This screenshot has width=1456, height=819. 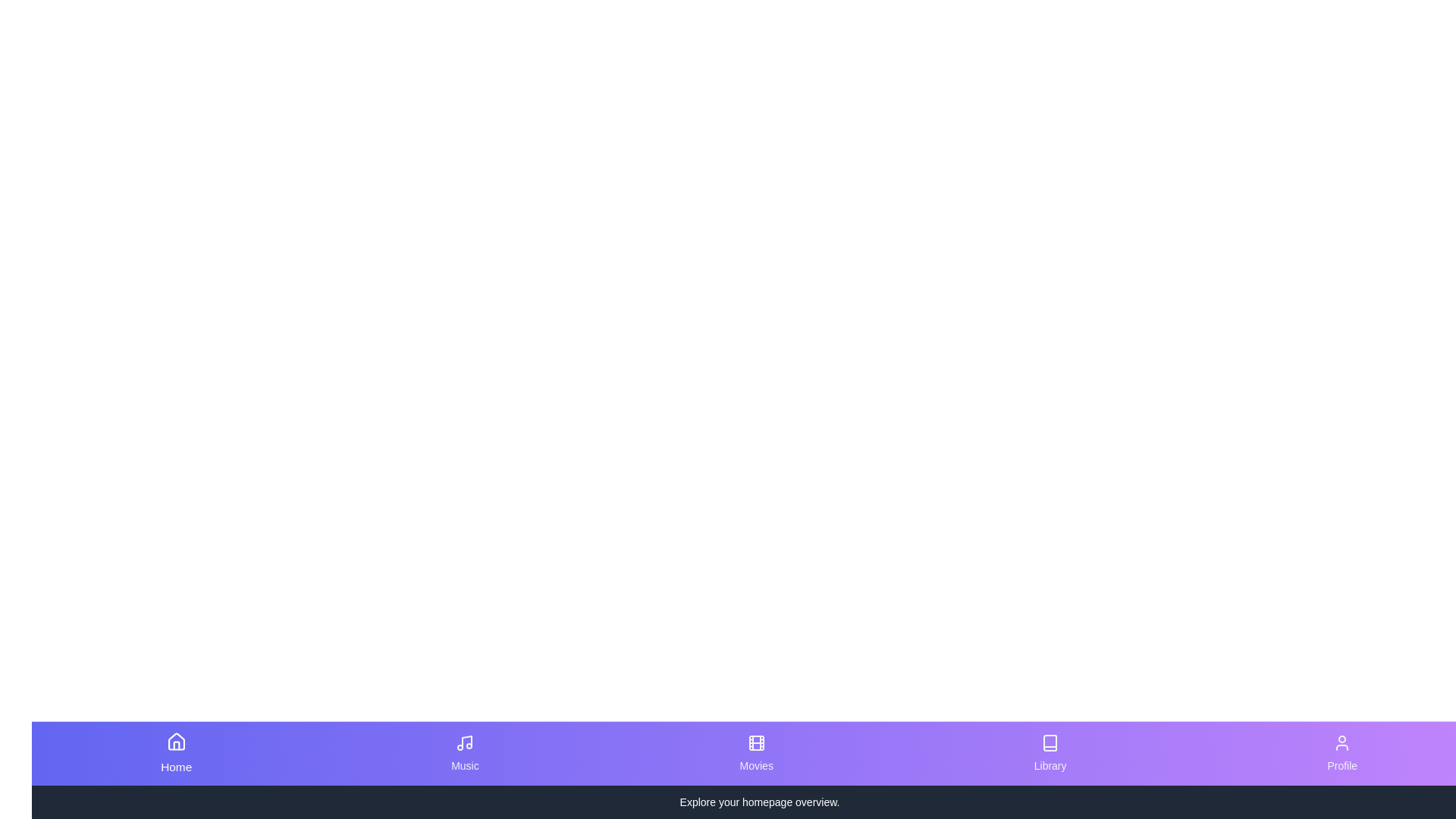 What do you see at coordinates (464, 754) in the screenshot?
I see `the tab corresponding to Music` at bounding box center [464, 754].